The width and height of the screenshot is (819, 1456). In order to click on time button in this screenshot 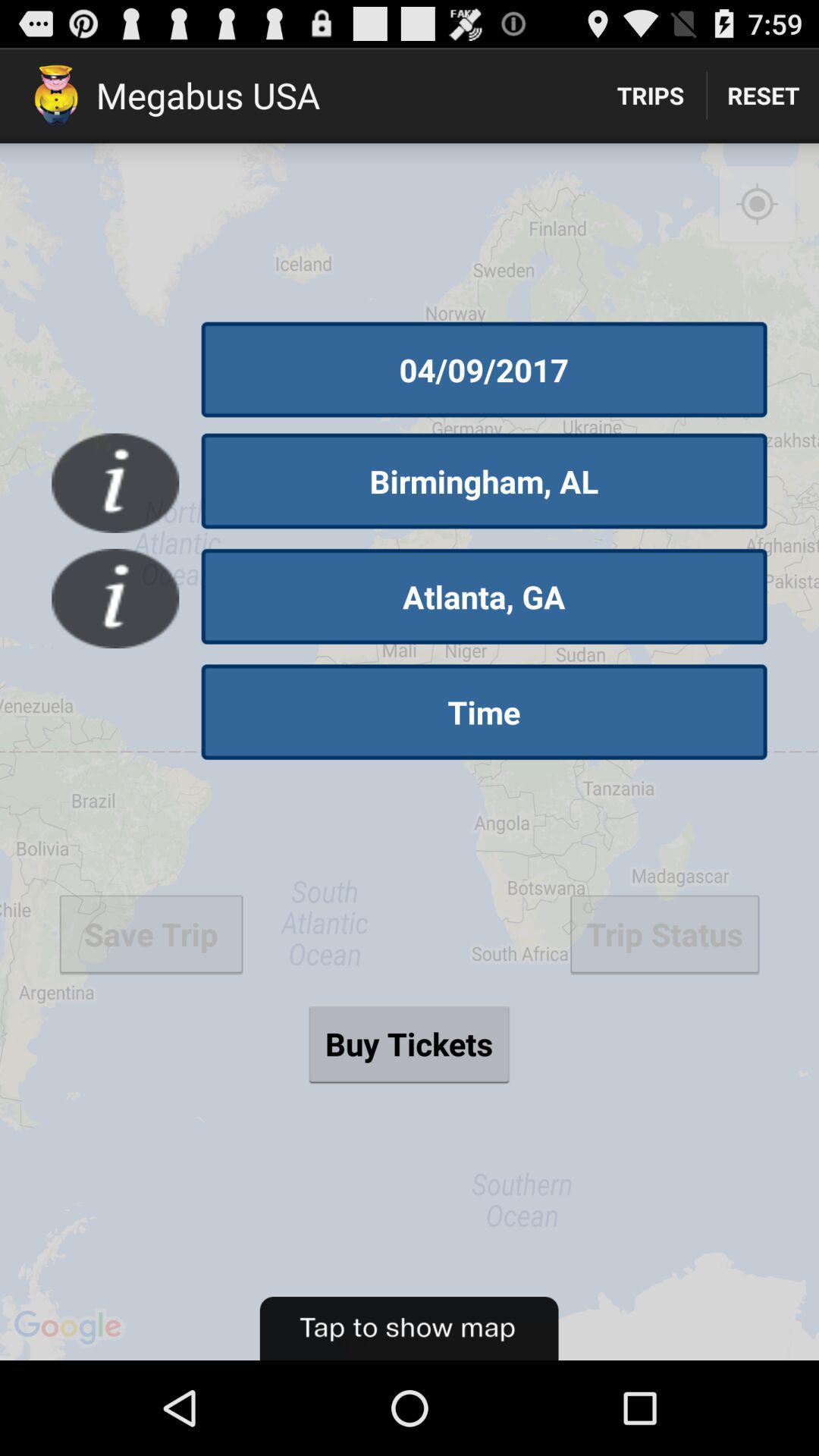, I will do `click(484, 711)`.